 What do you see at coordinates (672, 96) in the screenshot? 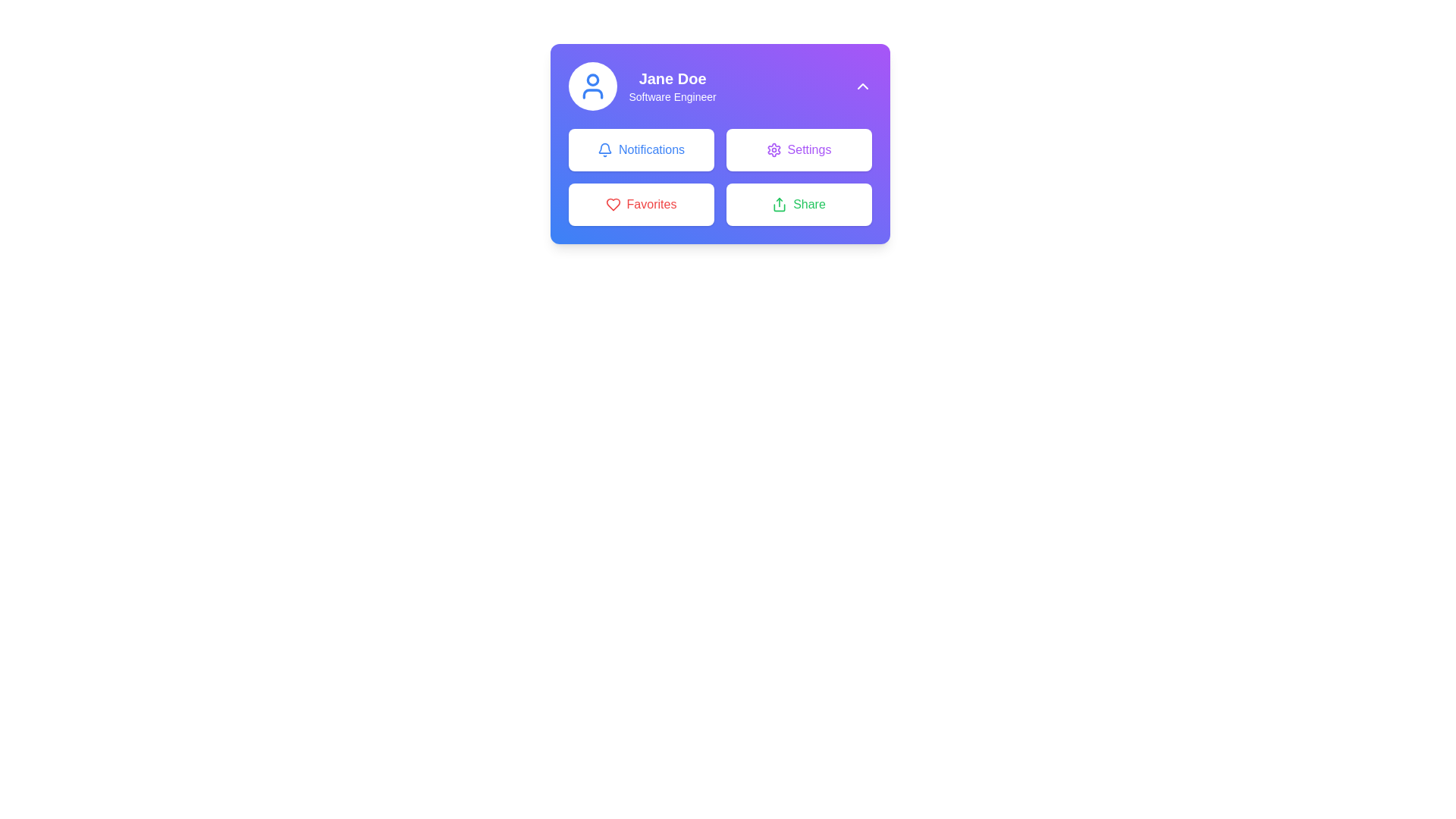
I see `the text element that serves as a descriptor or title located directly underneath the 'Jane Doe' title text in the upper-left portion of the card interface` at bounding box center [672, 96].